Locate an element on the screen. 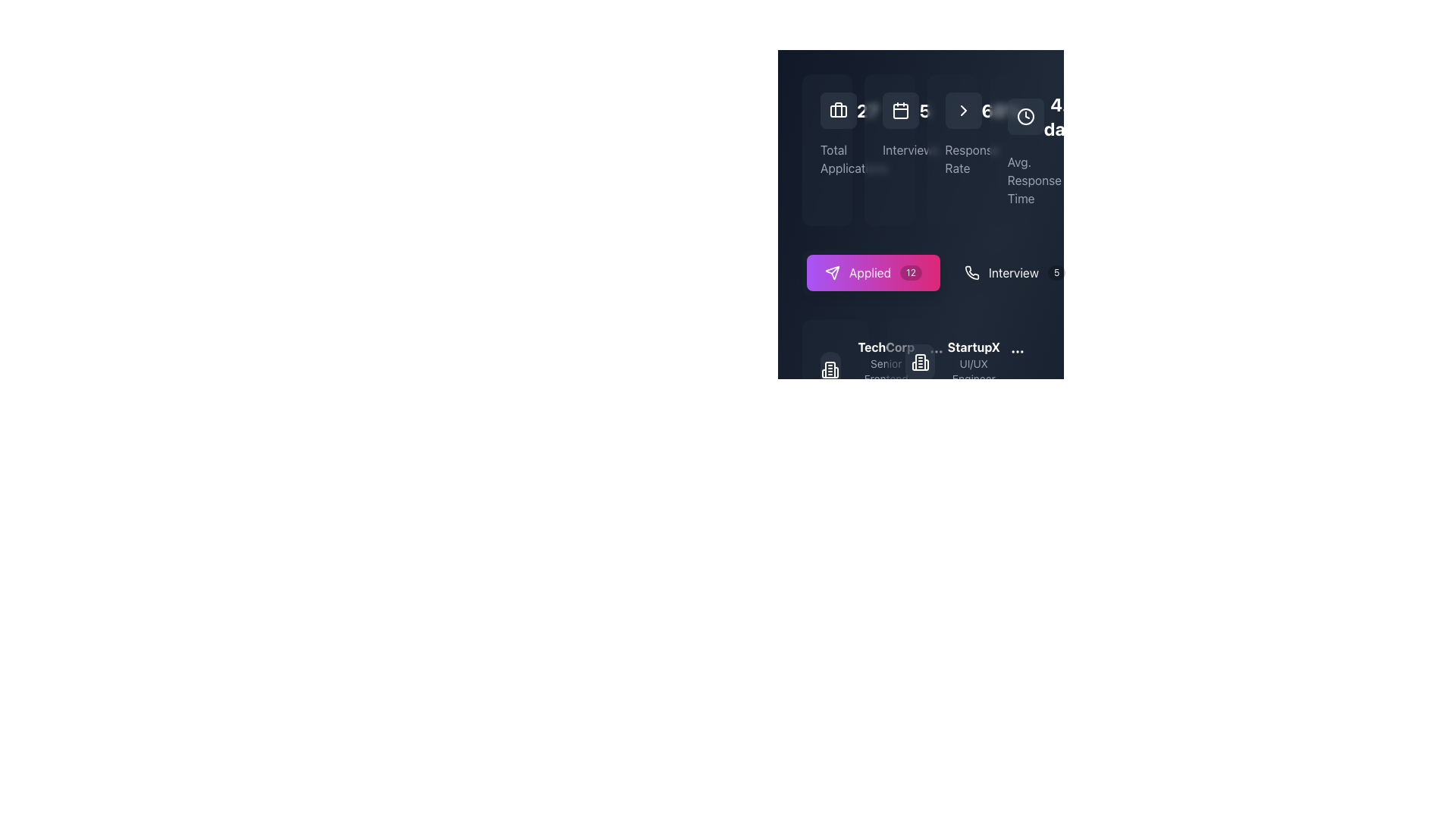 The width and height of the screenshot is (1456, 819). the job listing item that provides details about a specific job role, located in the lower right section of the interface is located at coordinates (953, 362).